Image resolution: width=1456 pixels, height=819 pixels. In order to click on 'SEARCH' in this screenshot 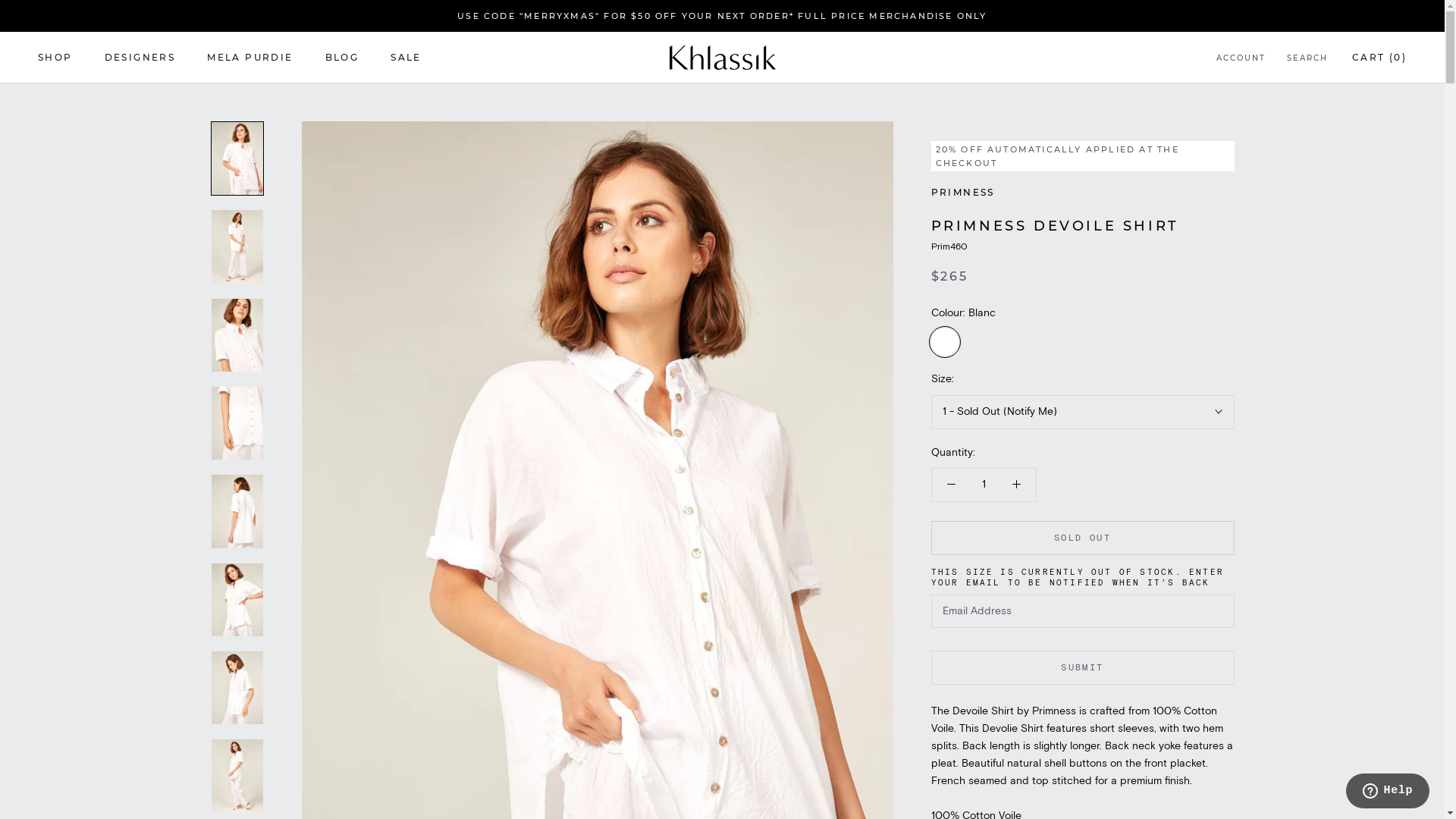, I will do `click(1306, 58)`.